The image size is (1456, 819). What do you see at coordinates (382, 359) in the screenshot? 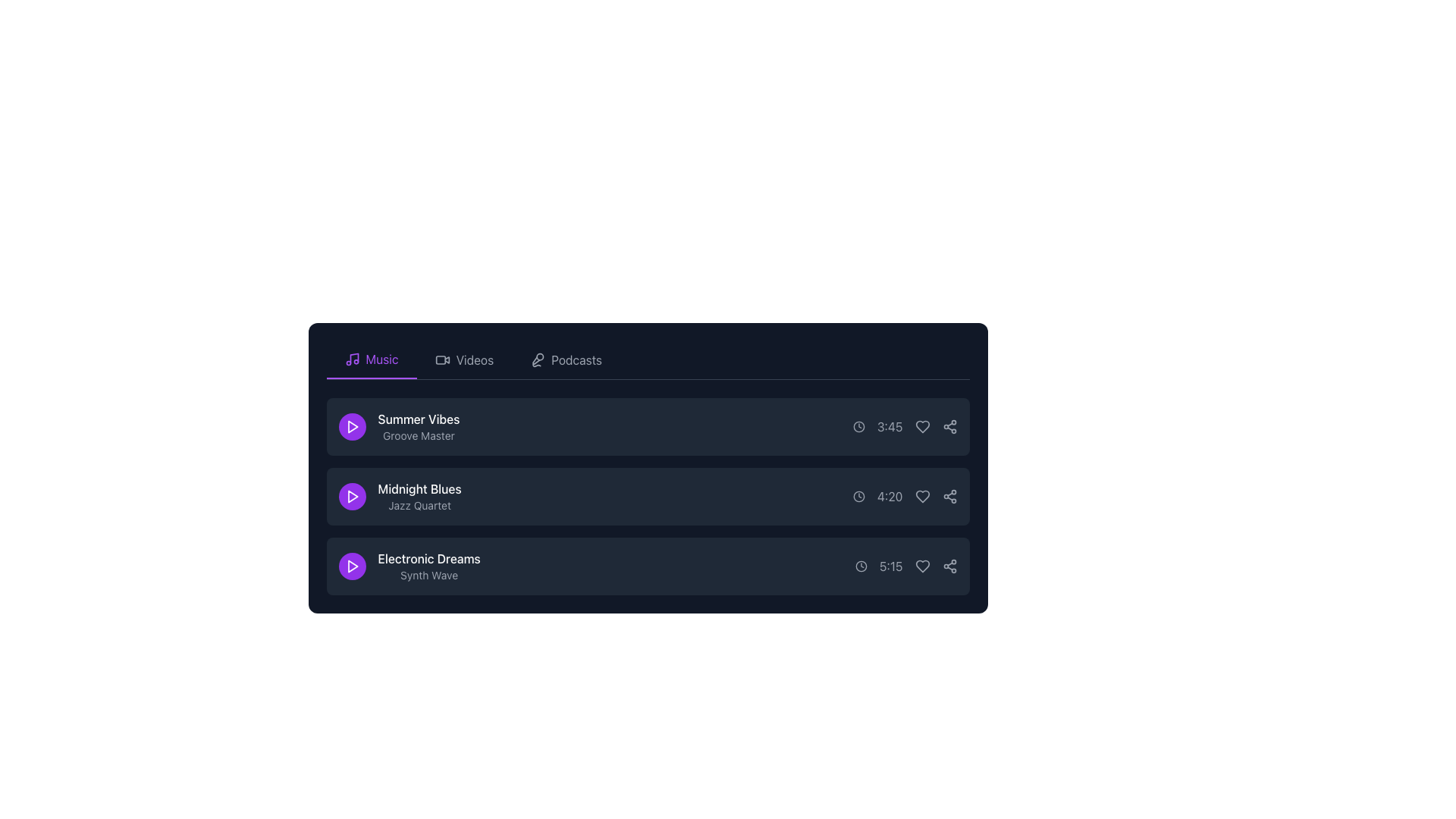
I see `the 'Music' text label in the horizontal tab navigation` at bounding box center [382, 359].